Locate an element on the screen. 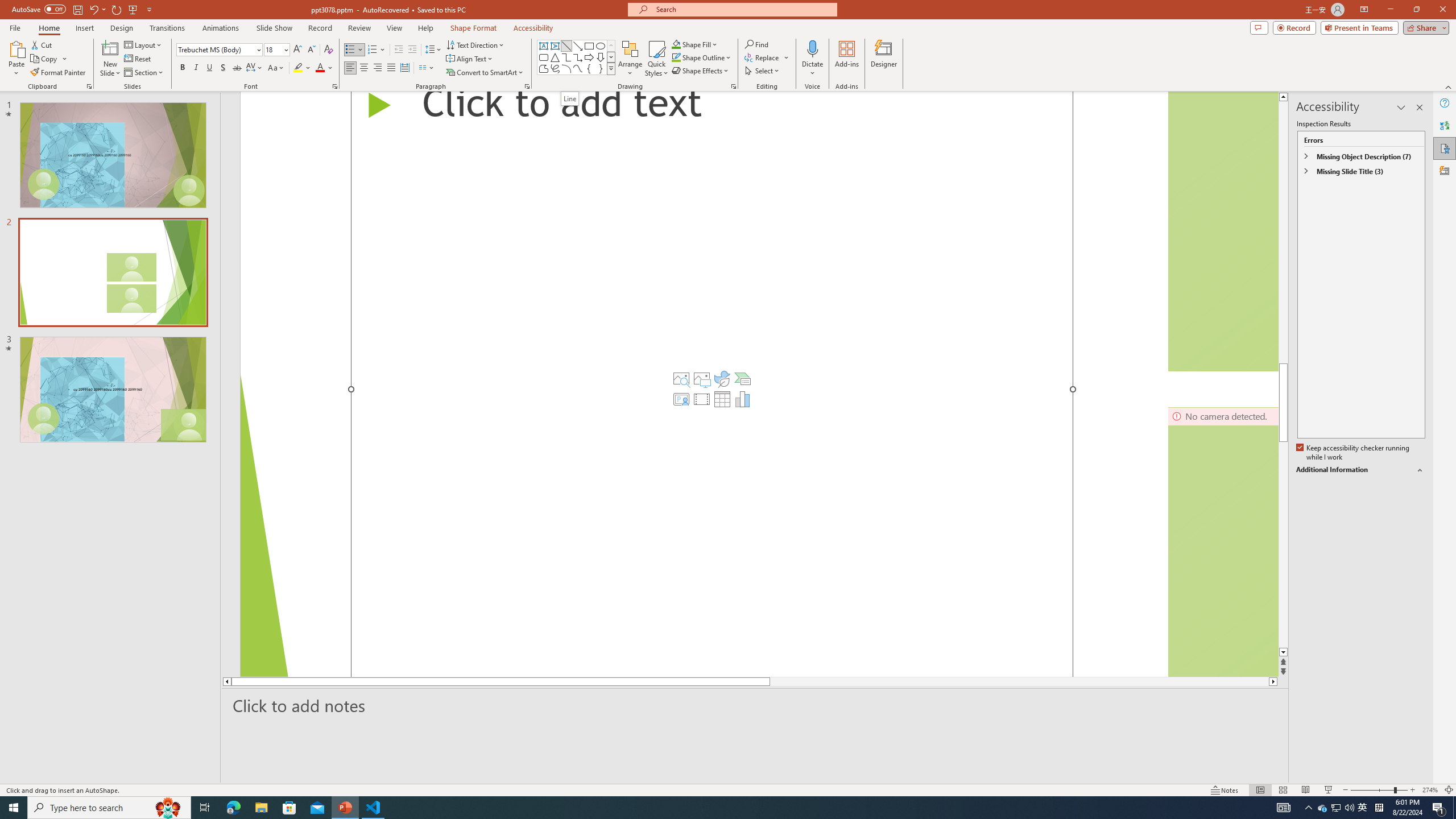 The width and height of the screenshot is (1456, 819). 'Content Placeholder' is located at coordinates (712, 383).